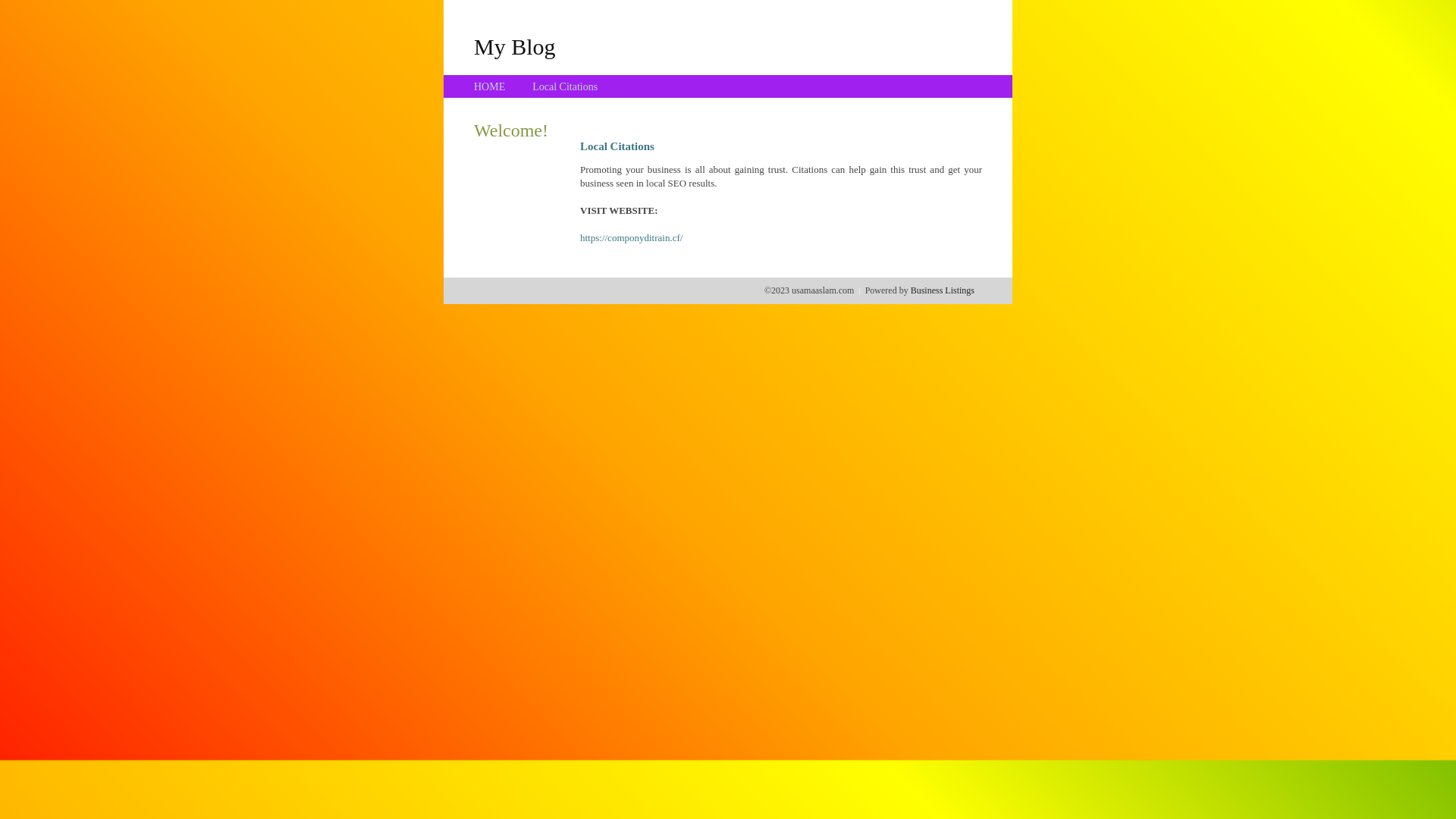  What do you see at coordinates (942, 290) in the screenshot?
I see `'Business Listings'` at bounding box center [942, 290].